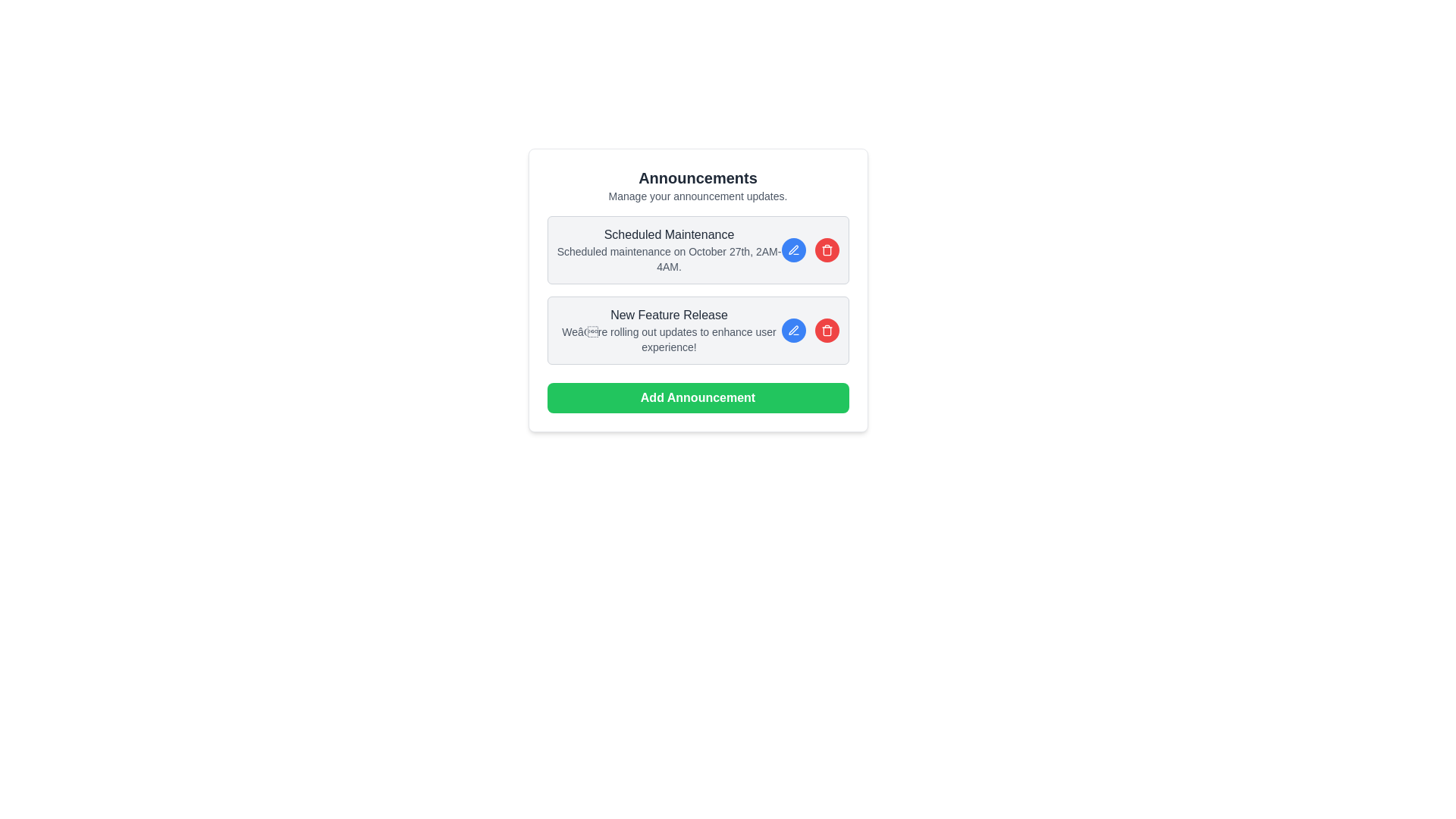  I want to click on the circular red button with a white trash can icon in the 'Announcements' section, specifically in the second row labeled 'New Feature Release', so click(826, 329).